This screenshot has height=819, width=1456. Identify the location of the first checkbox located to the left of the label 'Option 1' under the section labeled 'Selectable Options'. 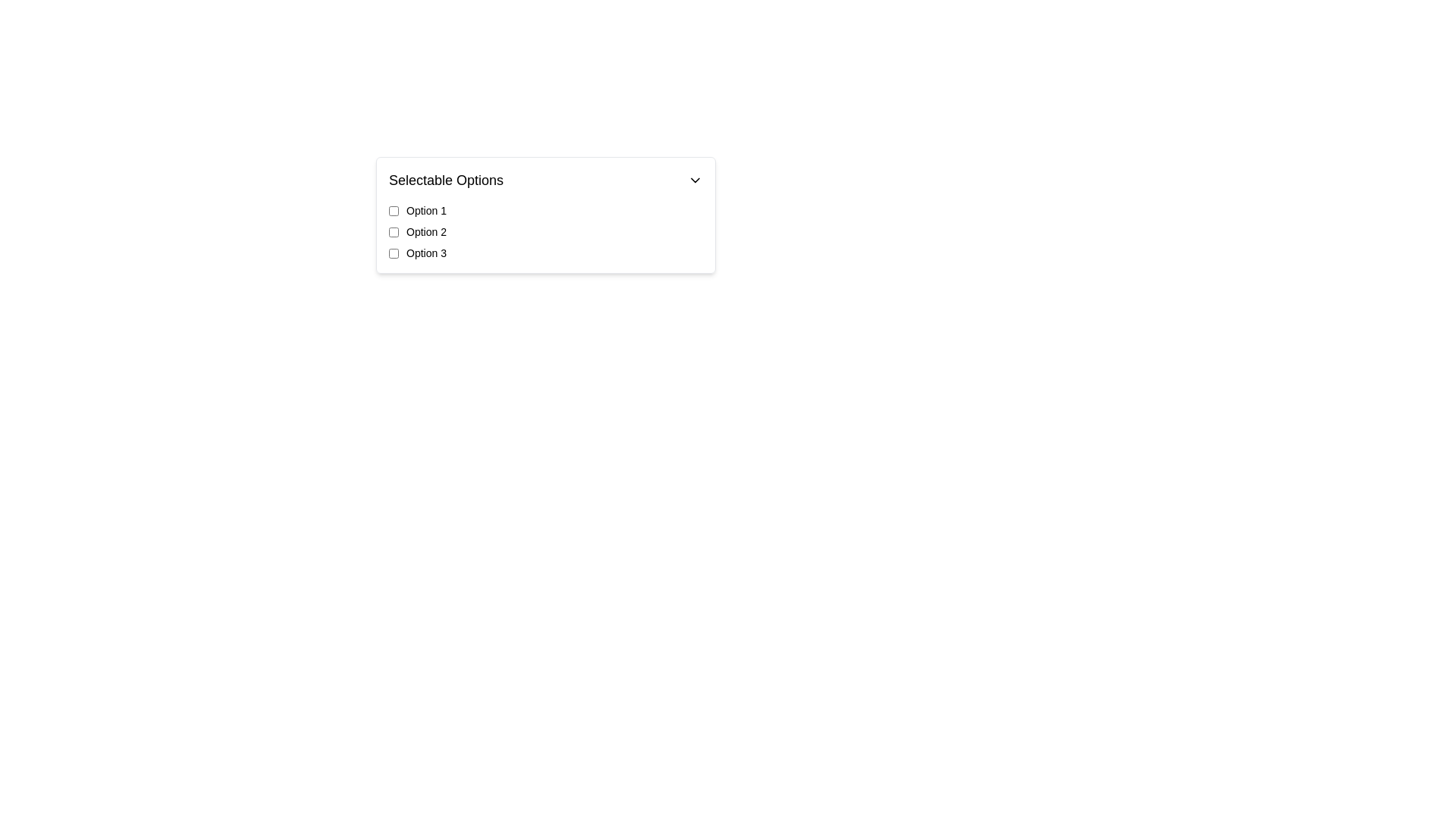
(394, 210).